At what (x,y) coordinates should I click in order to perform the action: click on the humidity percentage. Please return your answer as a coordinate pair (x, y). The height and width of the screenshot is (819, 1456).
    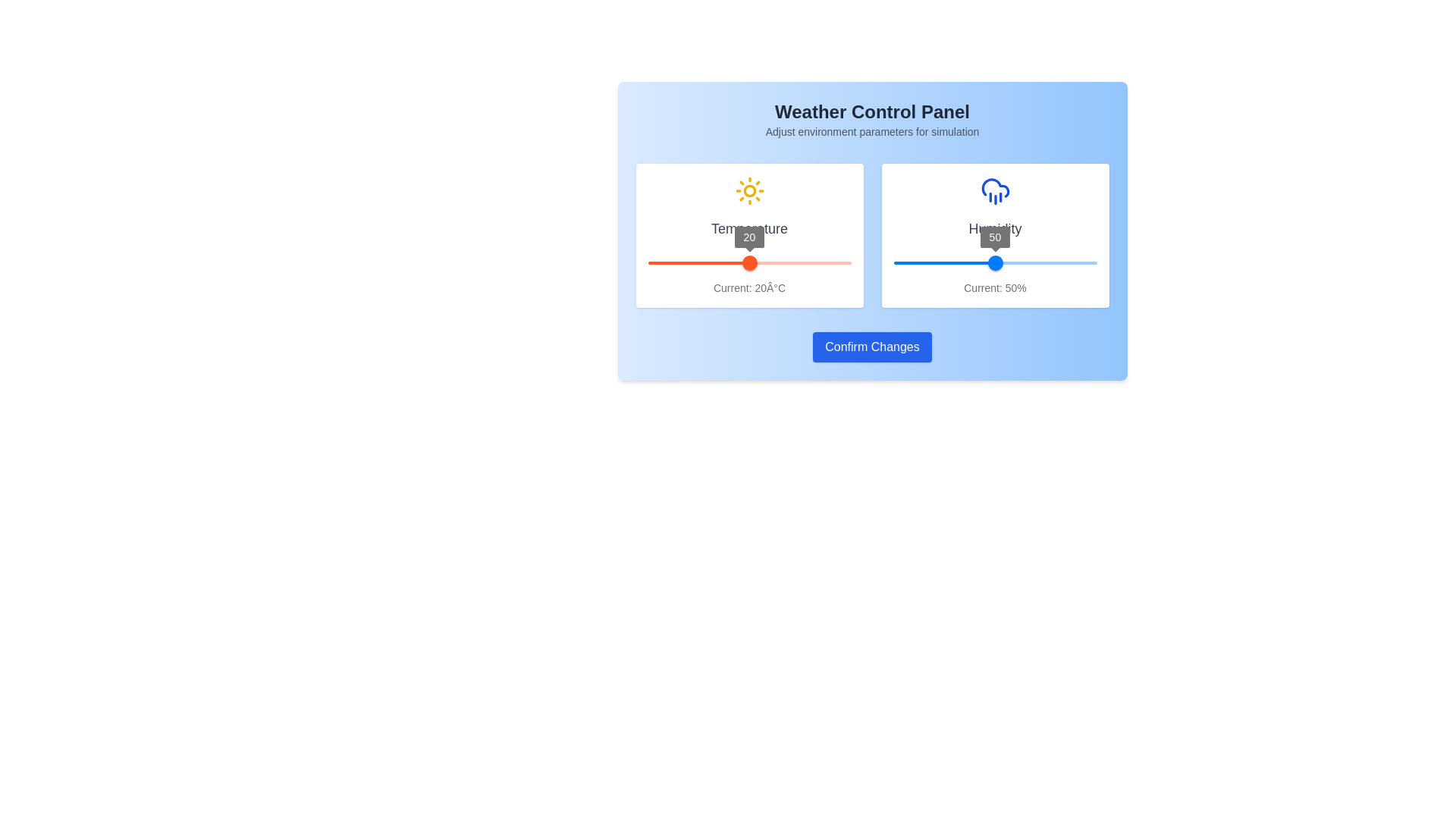
    Looking at the image, I should click on (1067, 262).